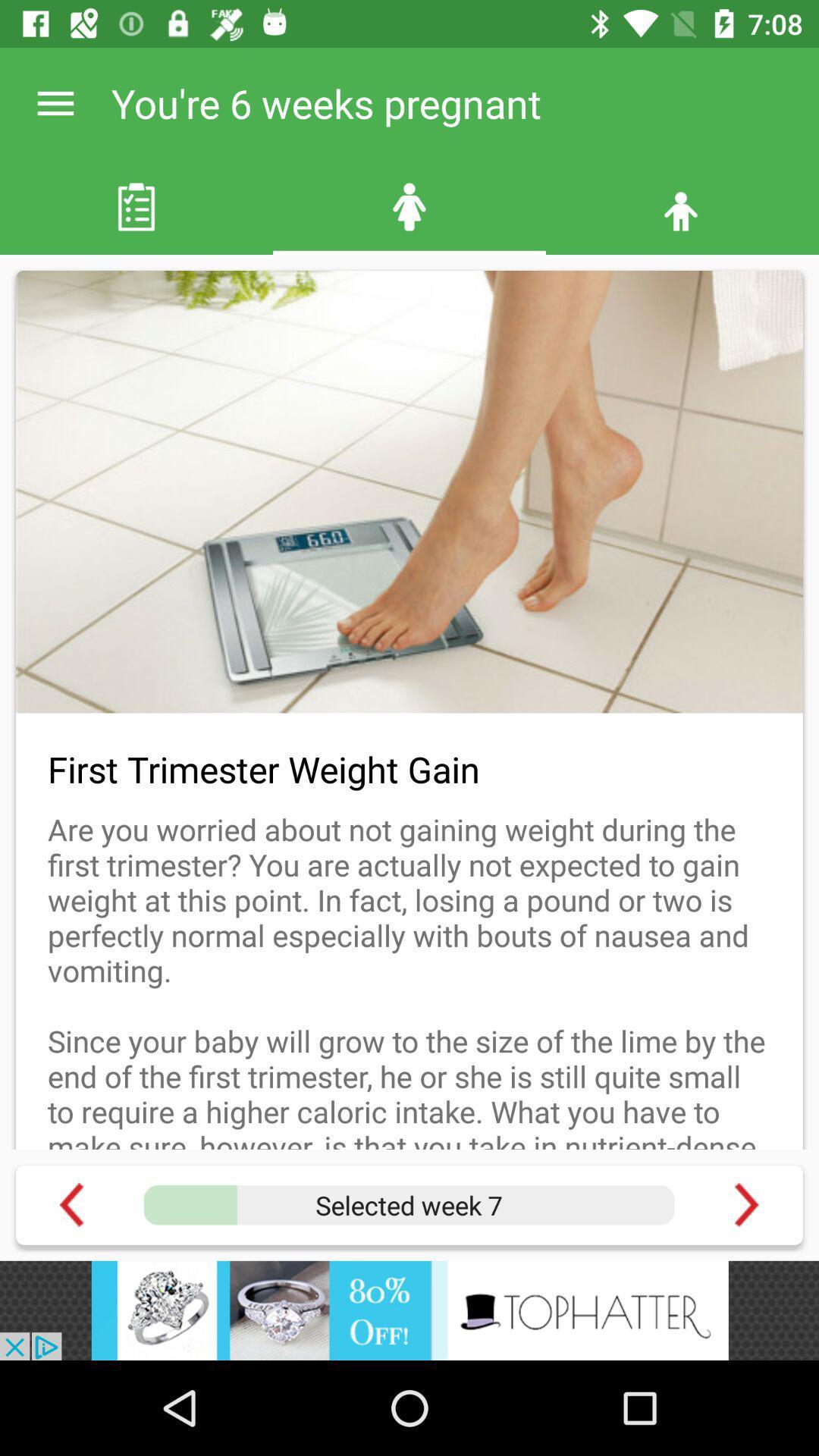 Image resolution: width=819 pixels, height=1456 pixels. I want to click on week, so click(408, 1204).